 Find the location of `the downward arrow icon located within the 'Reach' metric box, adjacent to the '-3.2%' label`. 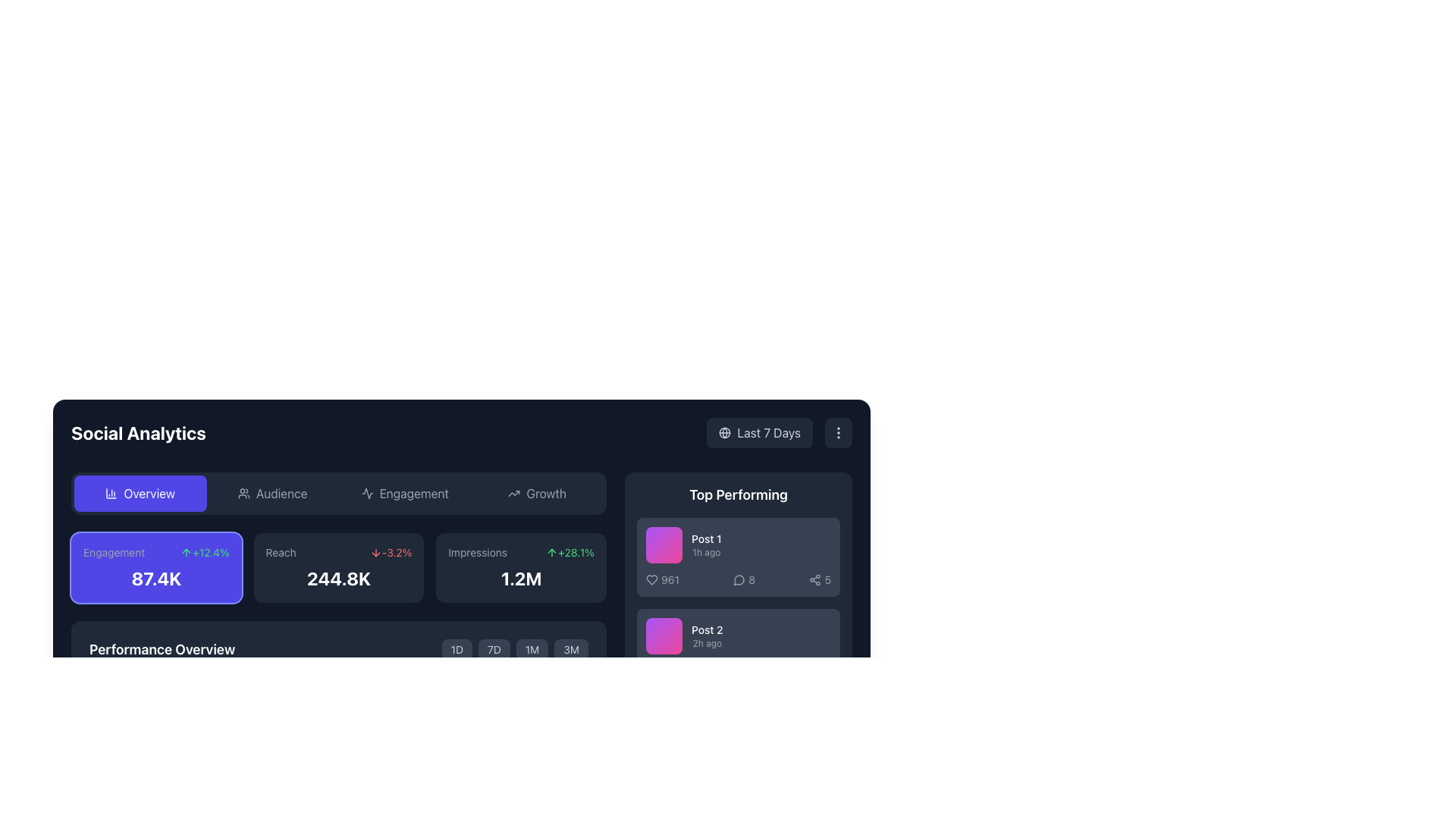

the downward arrow icon located within the 'Reach' metric box, adjacent to the '-3.2%' label is located at coordinates (375, 553).